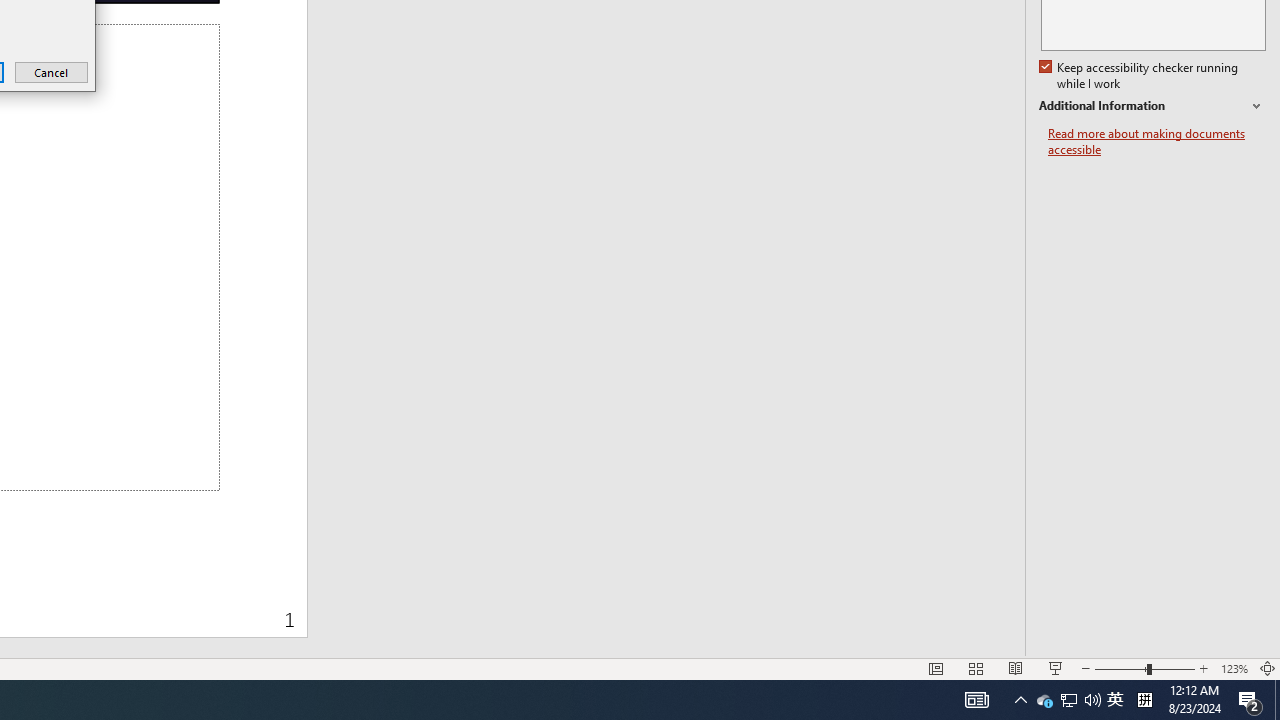 This screenshot has height=720, width=1280. I want to click on 'Cancel', so click(51, 71).